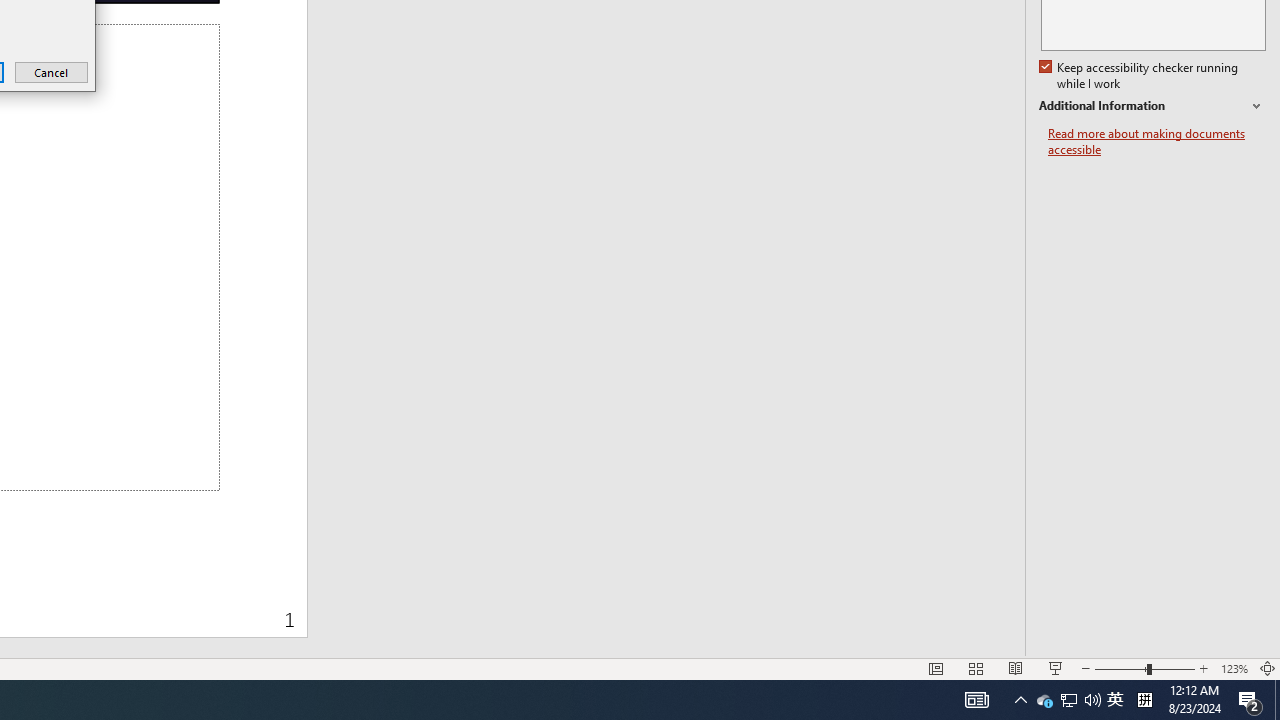 This screenshot has height=720, width=1280. I want to click on 'Cancel', so click(51, 71).